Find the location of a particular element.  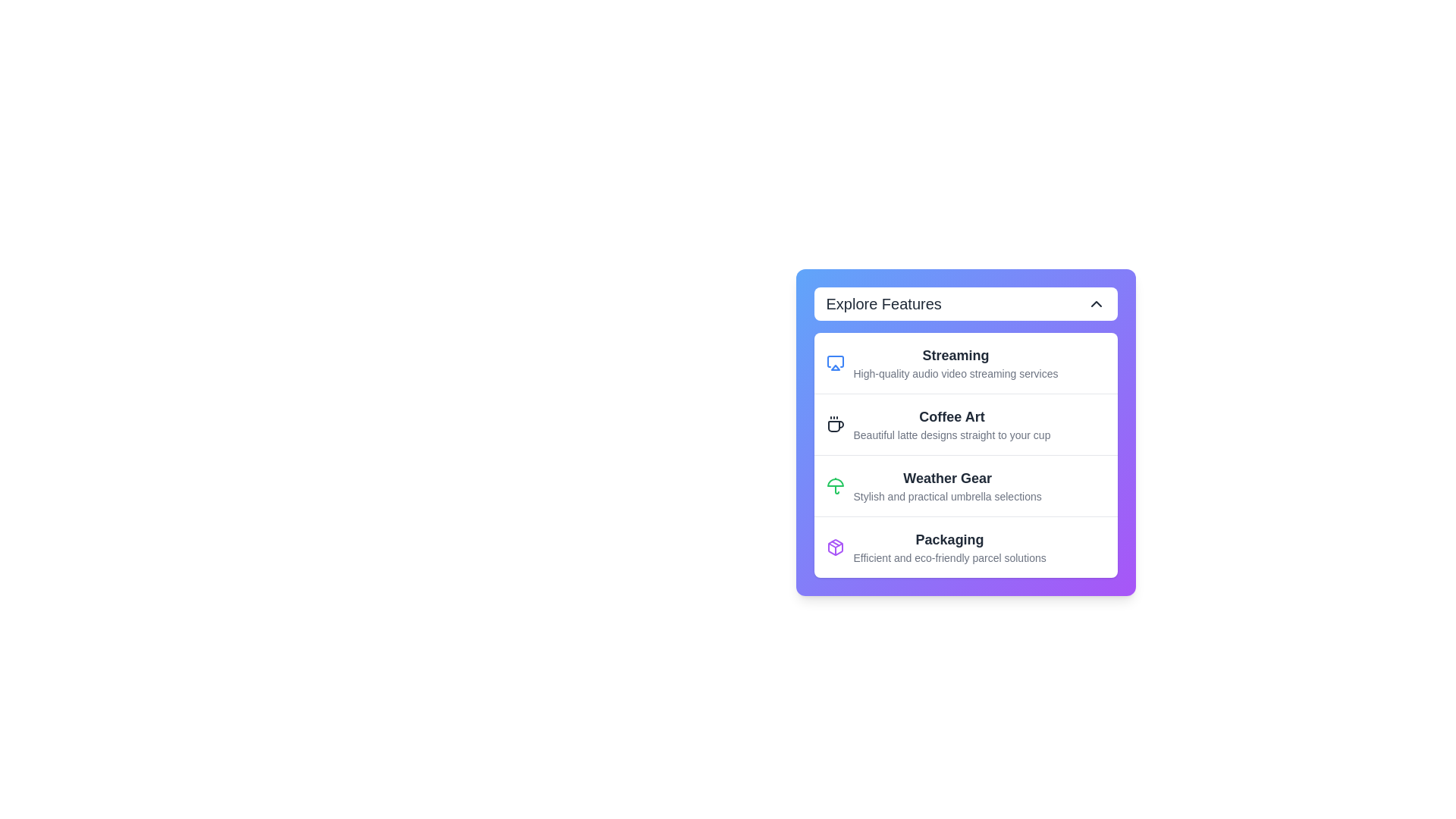

the text block titled 'Coffee Art' which is the second item in the vertical list within the card layout titled 'Explore Features' is located at coordinates (951, 424).